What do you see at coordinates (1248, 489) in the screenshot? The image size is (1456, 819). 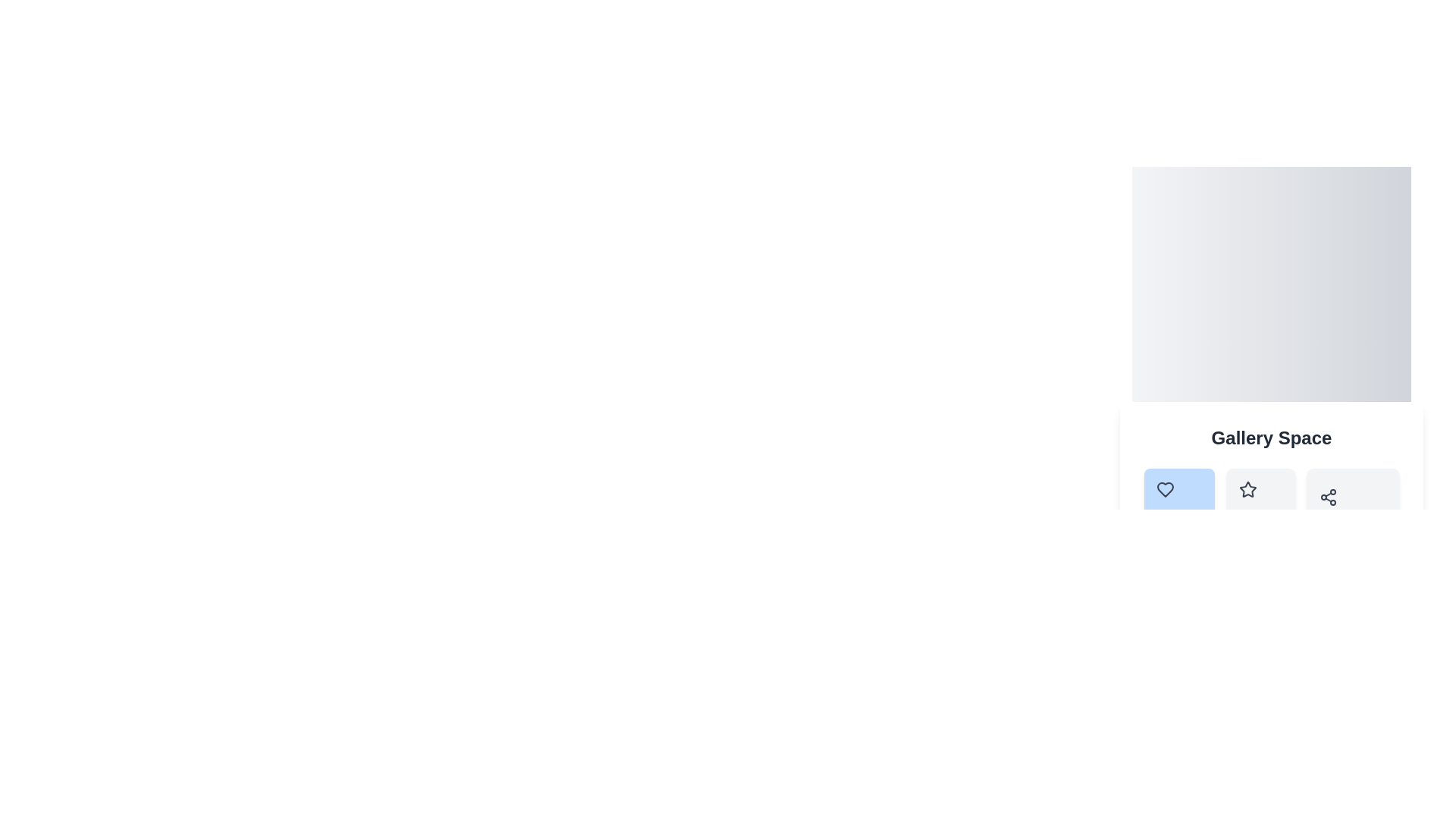 I see `the star icon button` at bounding box center [1248, 489].